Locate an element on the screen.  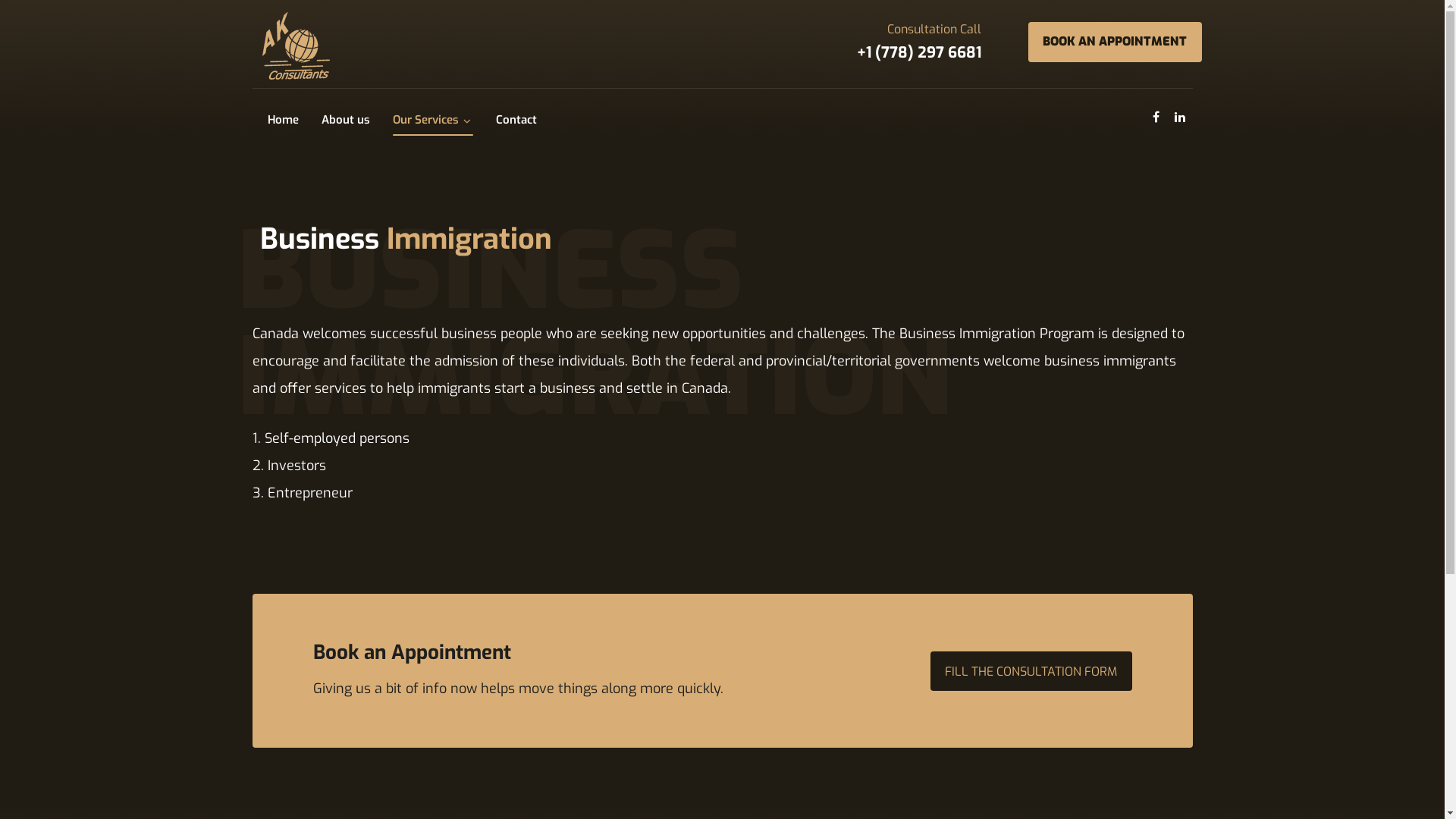
'FILL THE CONSULTATION FORM' is located at coordinates (1031, 670).